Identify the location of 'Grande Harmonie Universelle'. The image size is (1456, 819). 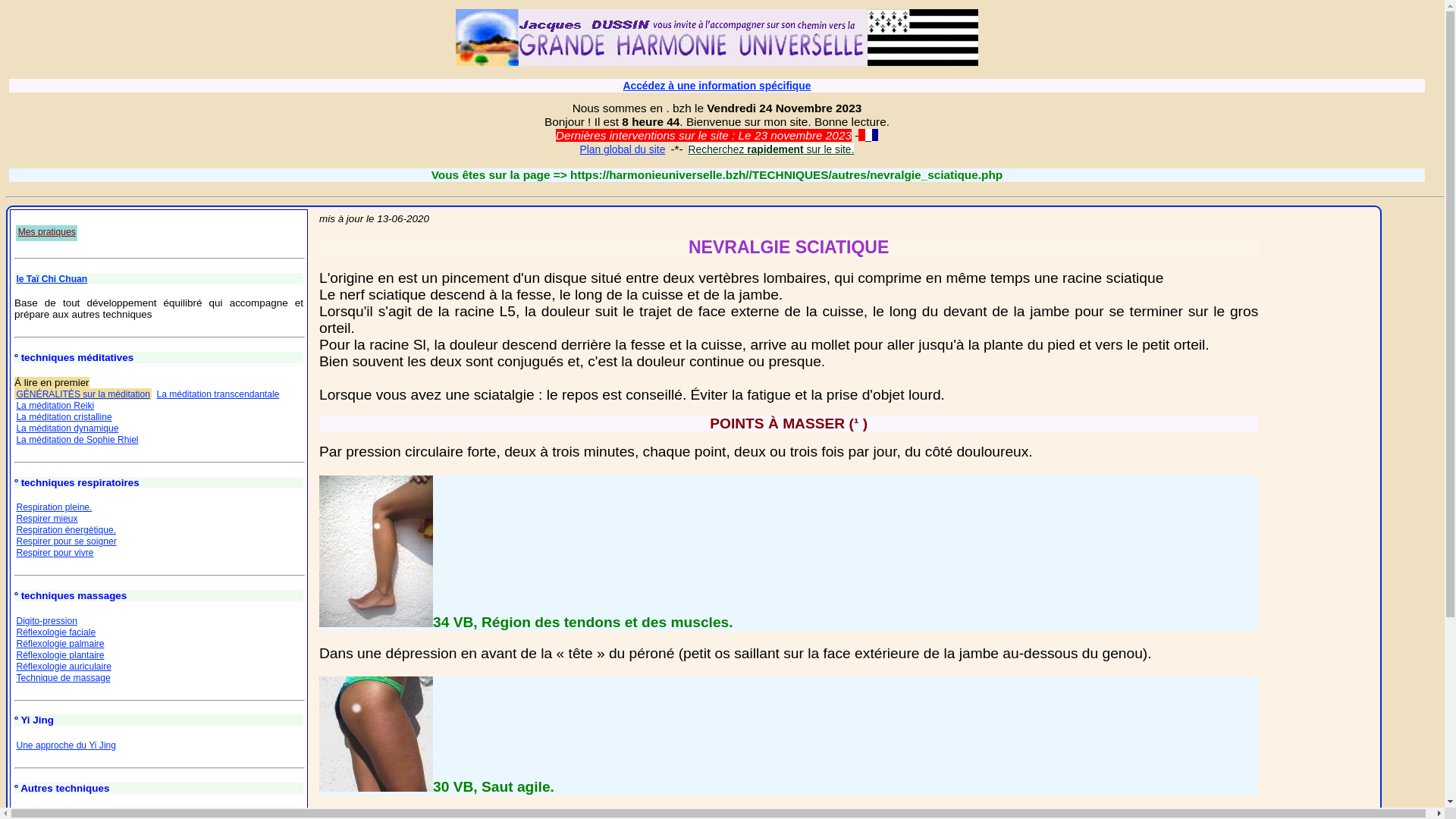
(716, 36).